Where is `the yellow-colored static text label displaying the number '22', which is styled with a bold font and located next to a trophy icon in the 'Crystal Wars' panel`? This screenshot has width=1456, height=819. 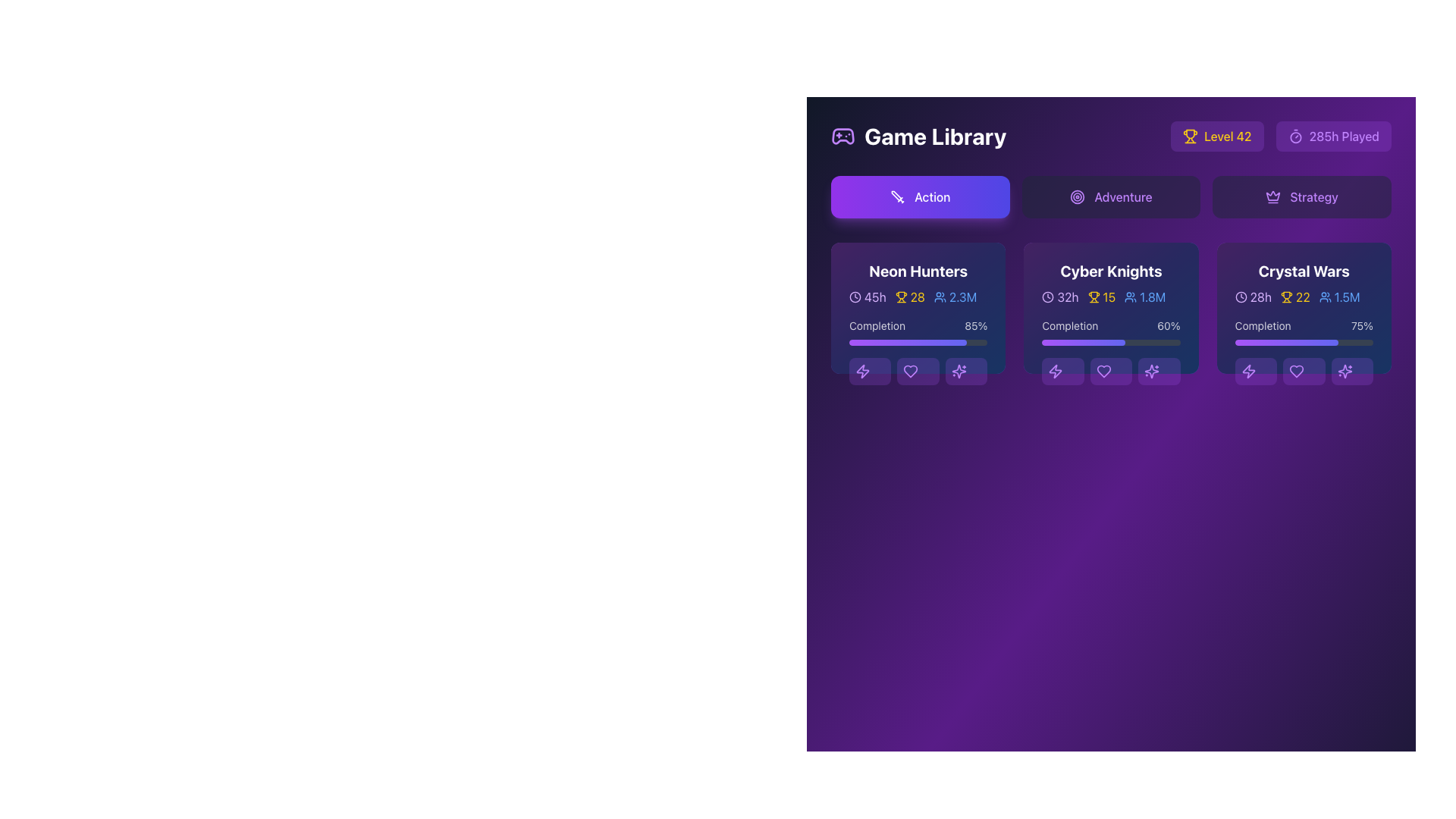 the yellow-colored static text label displaying the number '22', which is styled with a bold font and located next to a trophy icon in the 'Crystal Wars' panel is located at coordinates (1302, 297).